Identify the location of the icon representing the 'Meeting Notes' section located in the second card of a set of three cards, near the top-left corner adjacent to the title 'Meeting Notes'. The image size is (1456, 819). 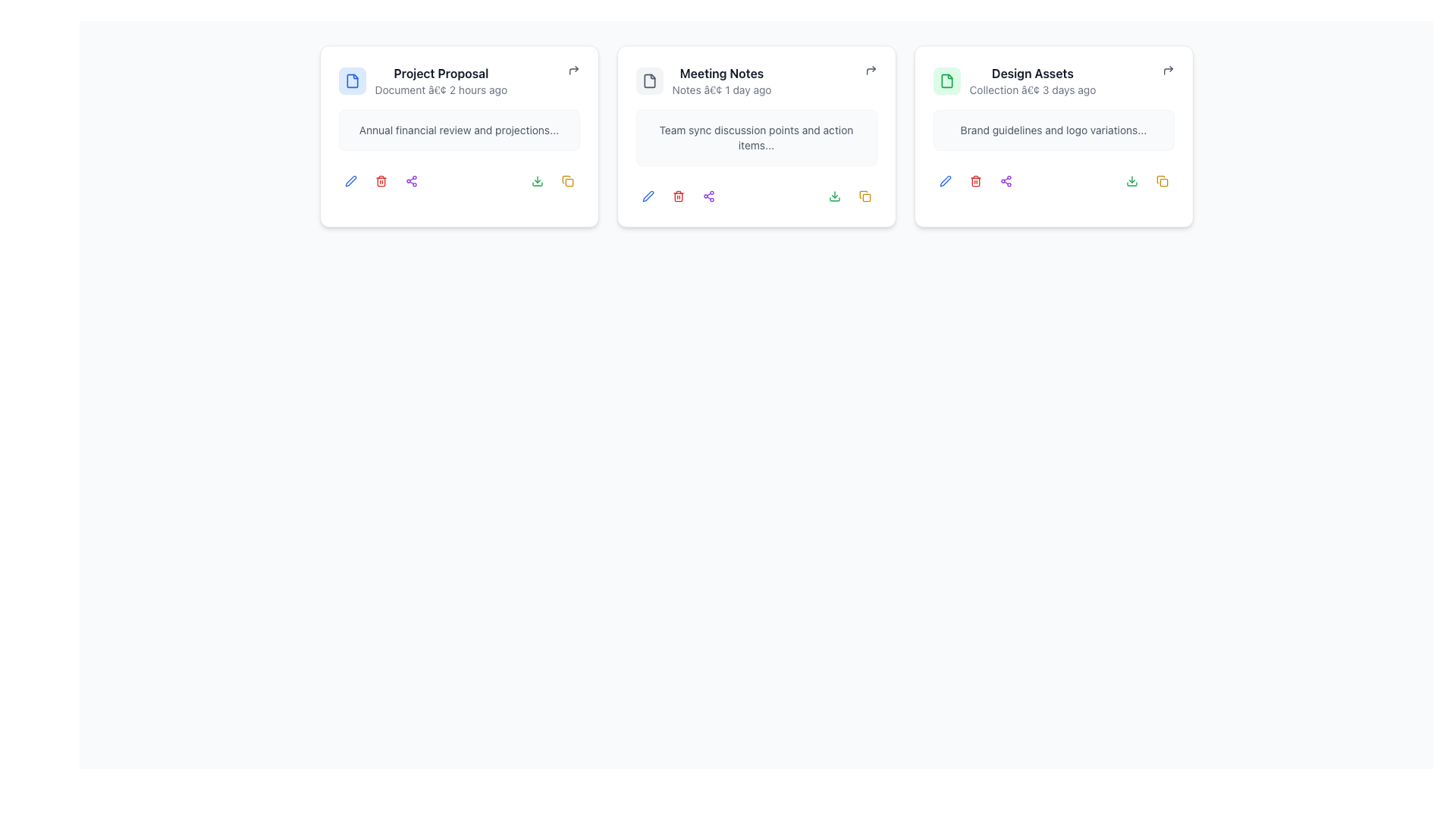
(649, 81).